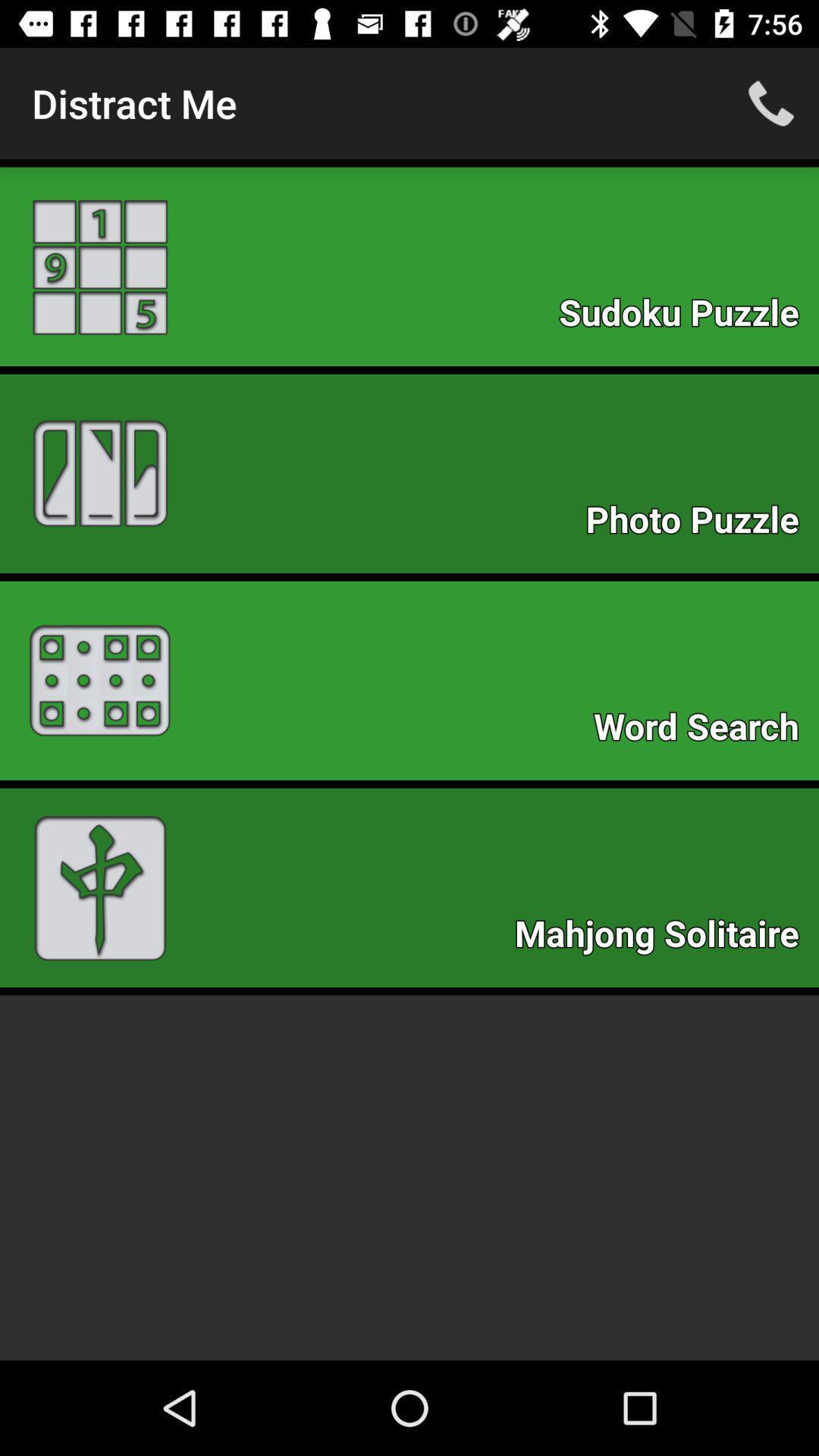  I want to click on sudoku puzzle item, so click(686, 316).